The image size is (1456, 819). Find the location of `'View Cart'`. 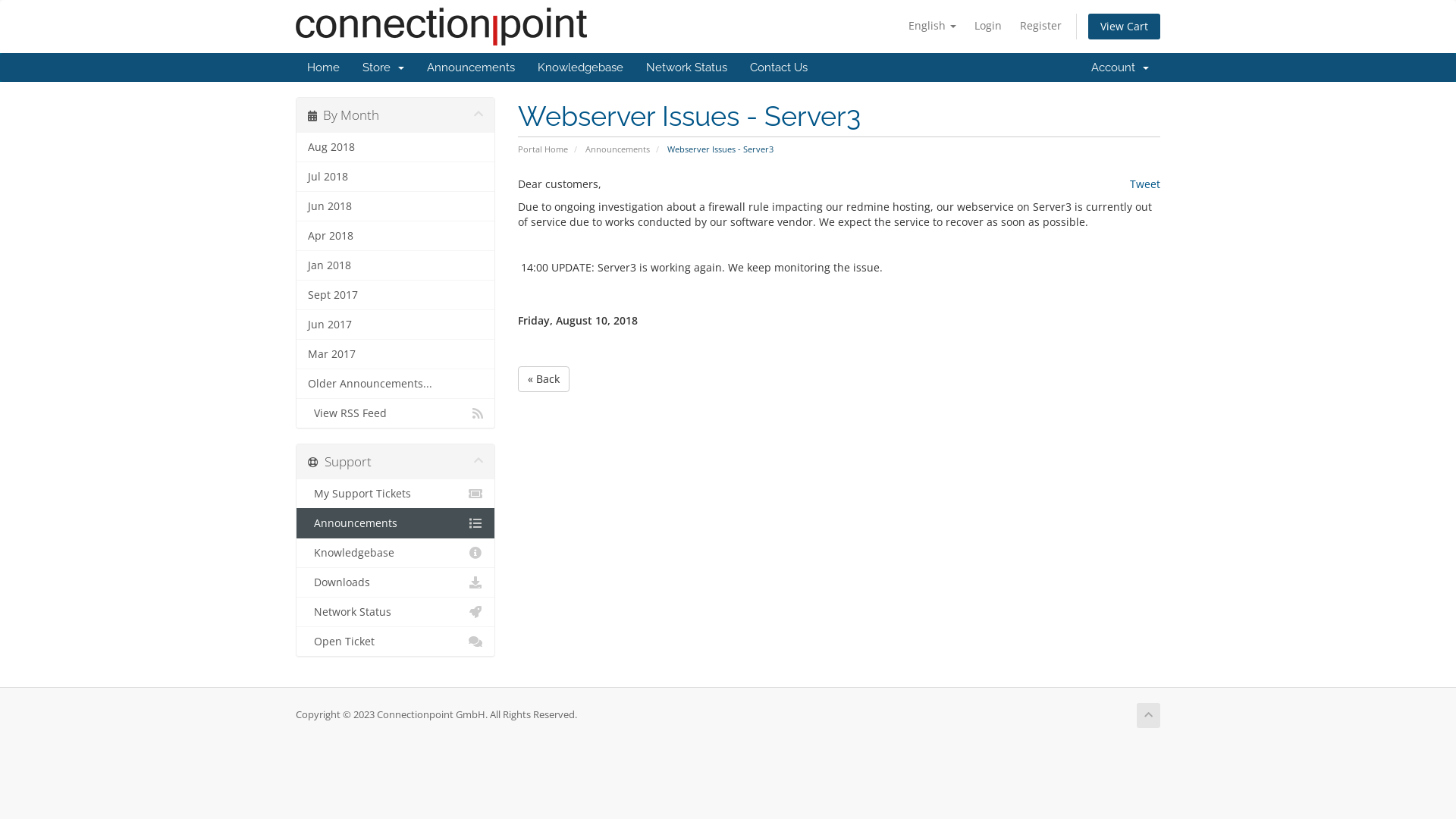

'View Cart' is located at coordinates (1124, 26).